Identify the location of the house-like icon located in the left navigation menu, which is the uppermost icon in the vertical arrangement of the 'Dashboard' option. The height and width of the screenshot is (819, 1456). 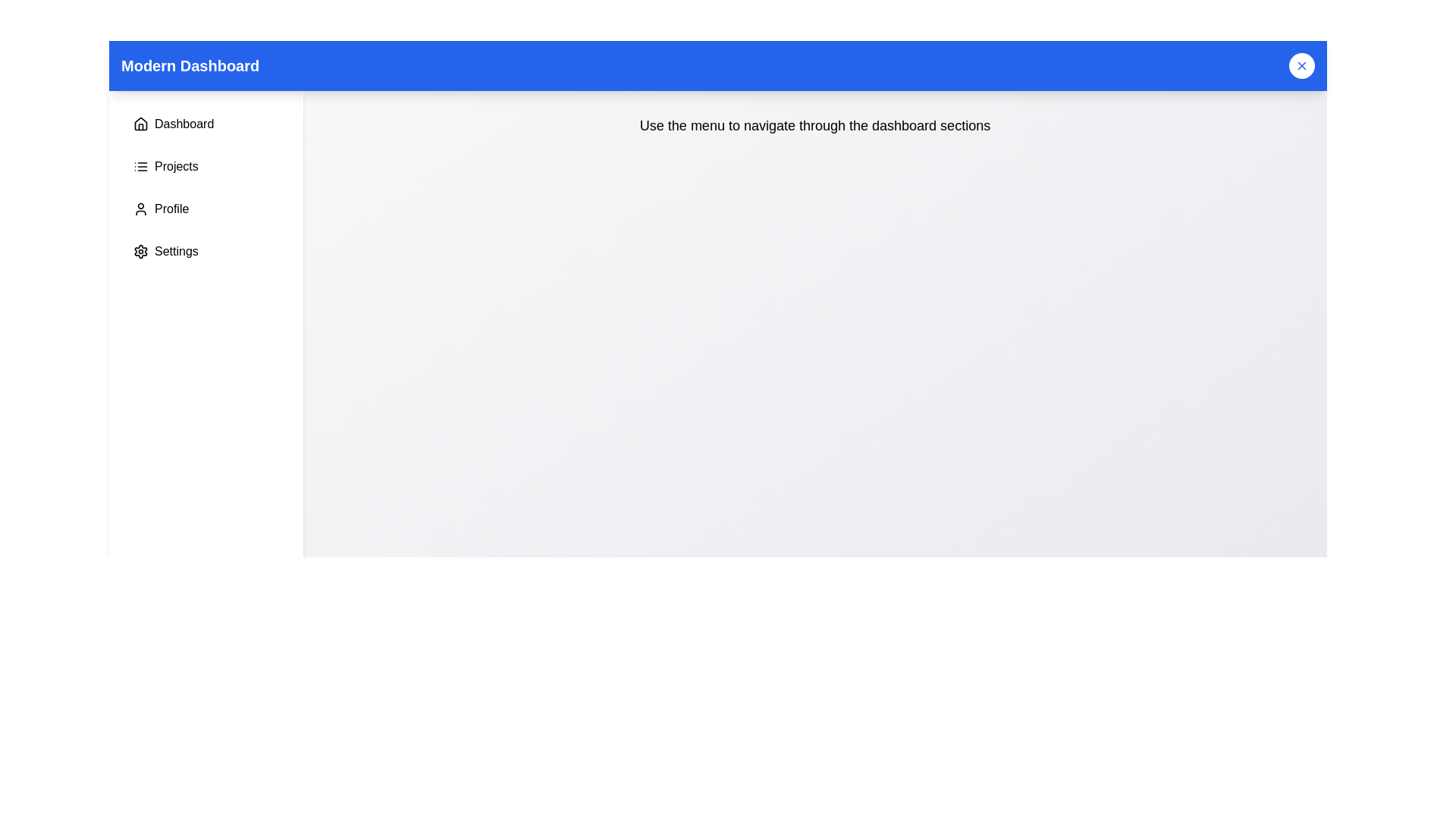
(141, 122).